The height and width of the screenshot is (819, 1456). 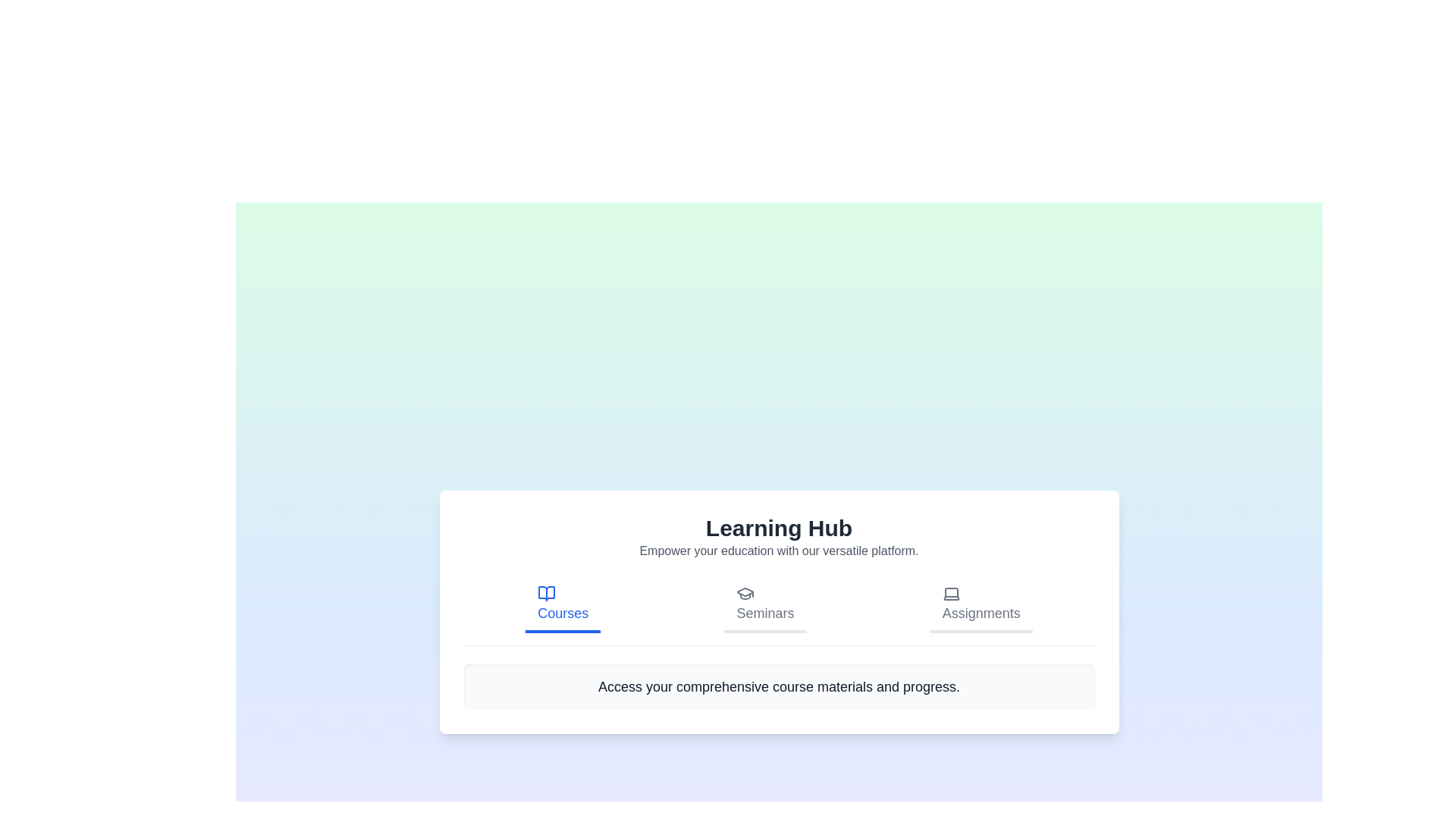 What do you see at coordinates (546, 592) in the screenshot?
I see `the Icon representing an open book, which is located in the bottom left corner of a card-like structure, adjacent to the 'Courses' label` at bounding box center [546, 592].